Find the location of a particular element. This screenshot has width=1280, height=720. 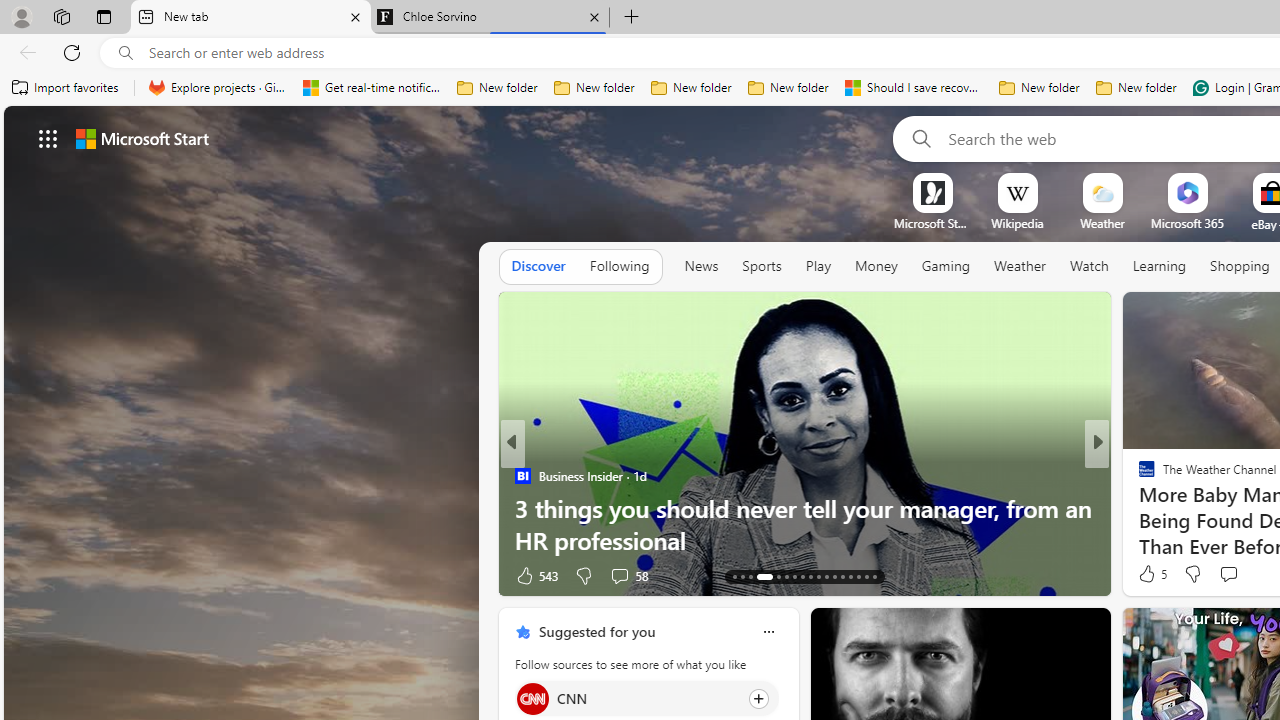

'Sports' is located at coordinates (760, 266).